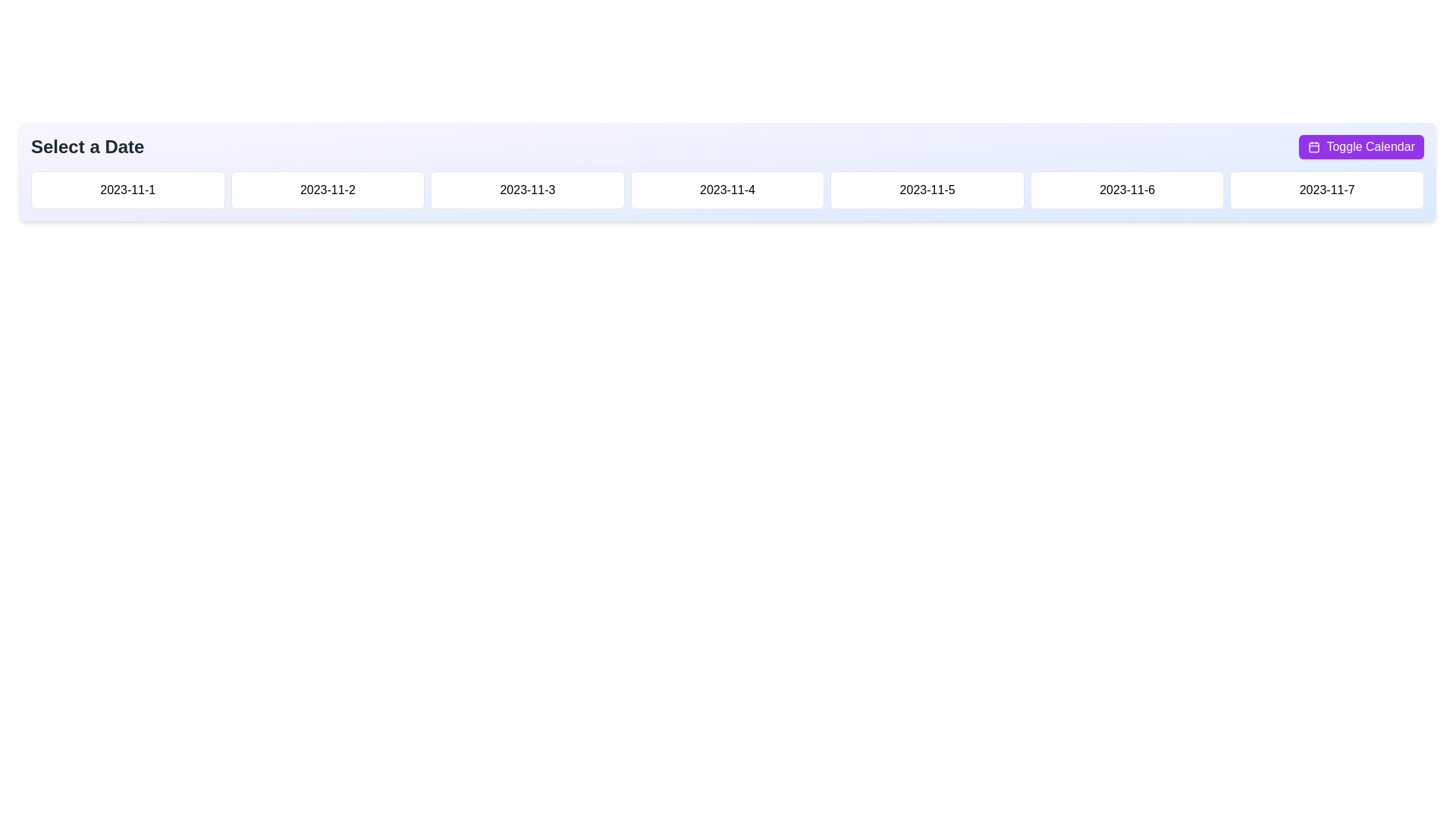 Image resolution: width=1456 pixels, height=819 pixels. Describe the element at coordinates (1361, 146) in the screenshot. I see `the 'Toggle Calendar' button with a purple background and a calendar icon` at that location.